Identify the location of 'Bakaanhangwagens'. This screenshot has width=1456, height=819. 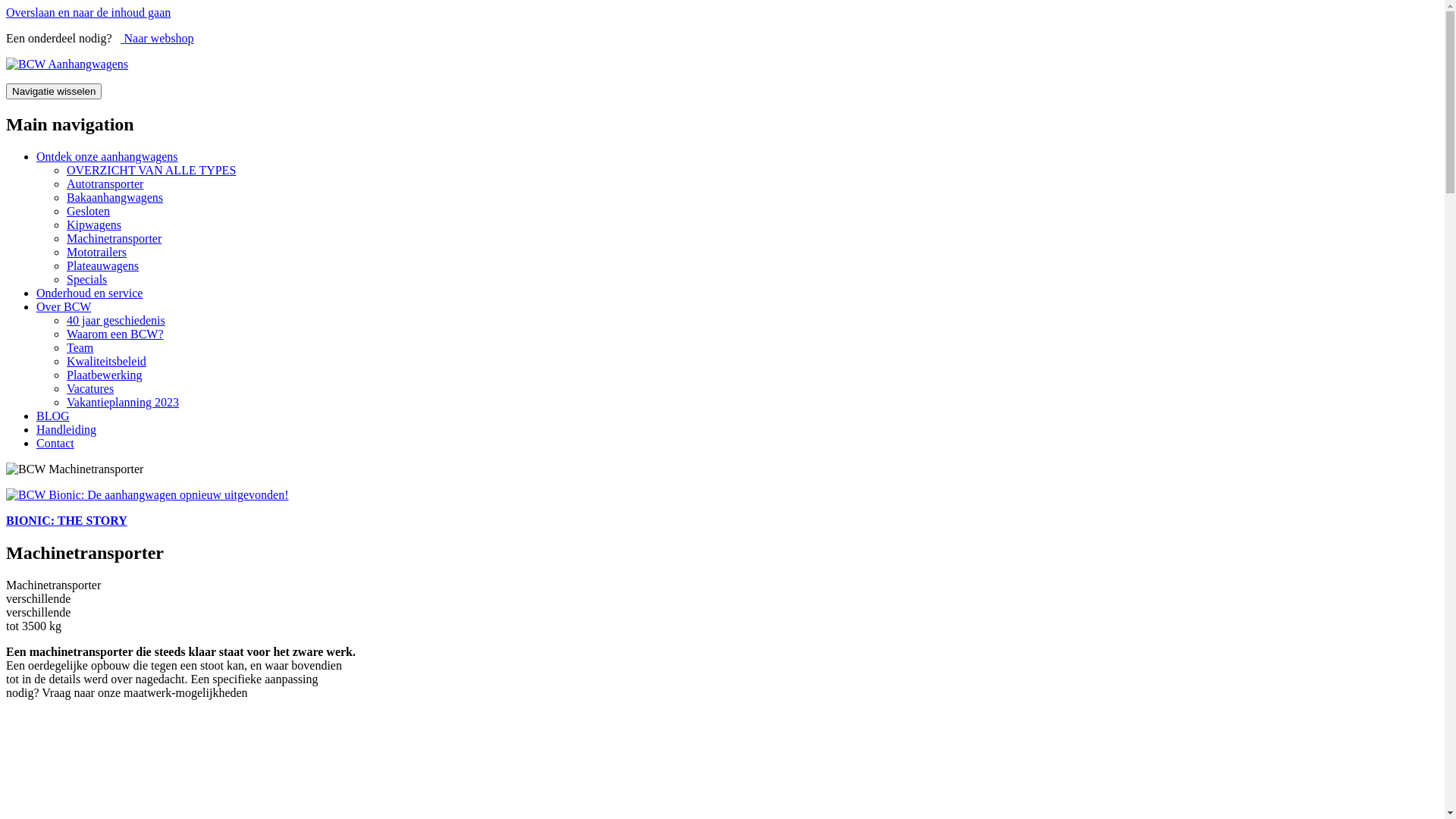
(114, 196).